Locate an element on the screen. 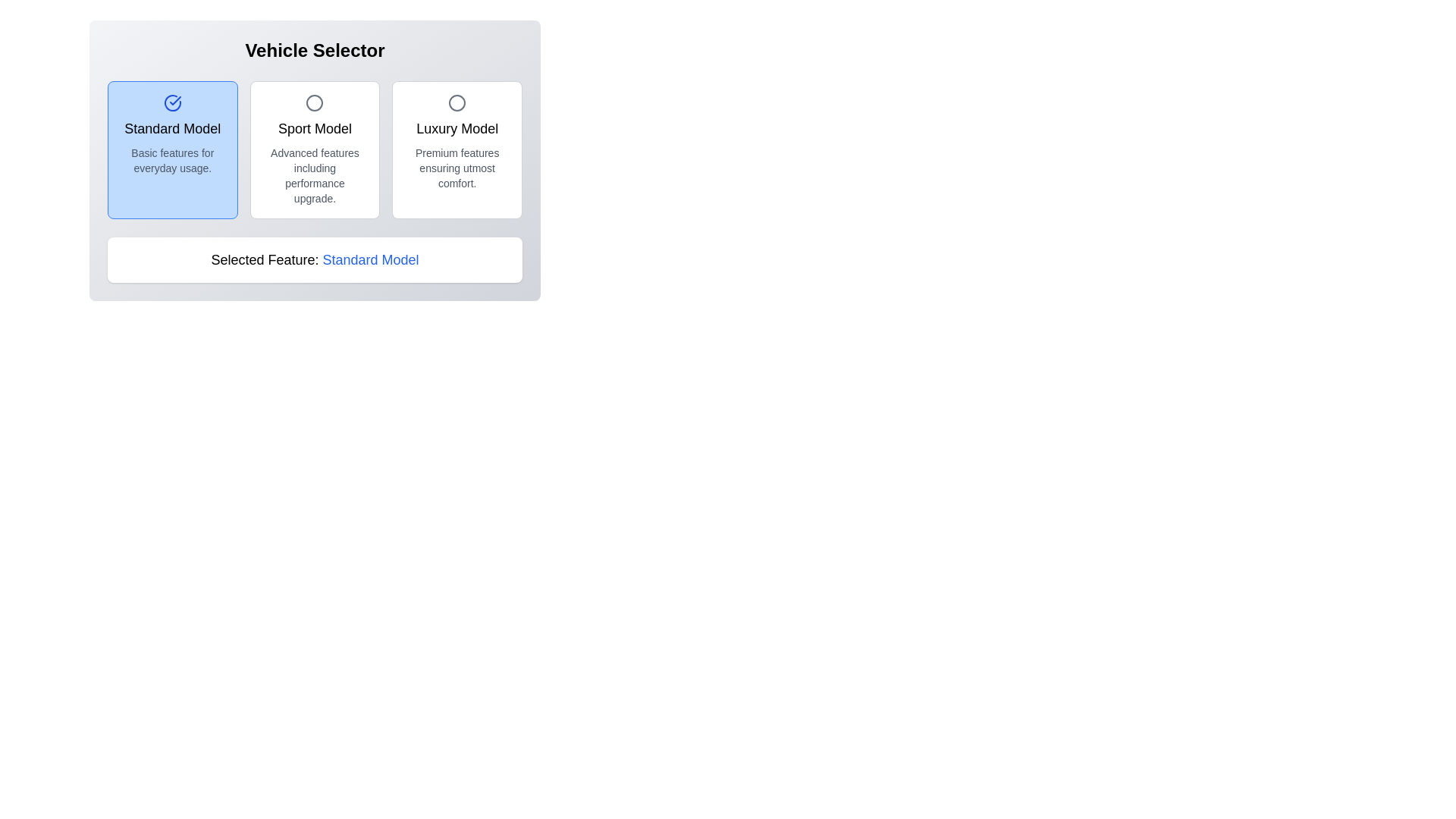 This screenshot has width=1456, height=819. the Interactive card labeled 'Luxury Model' in the vehicle selection interface is located at coordinates (457, 149).